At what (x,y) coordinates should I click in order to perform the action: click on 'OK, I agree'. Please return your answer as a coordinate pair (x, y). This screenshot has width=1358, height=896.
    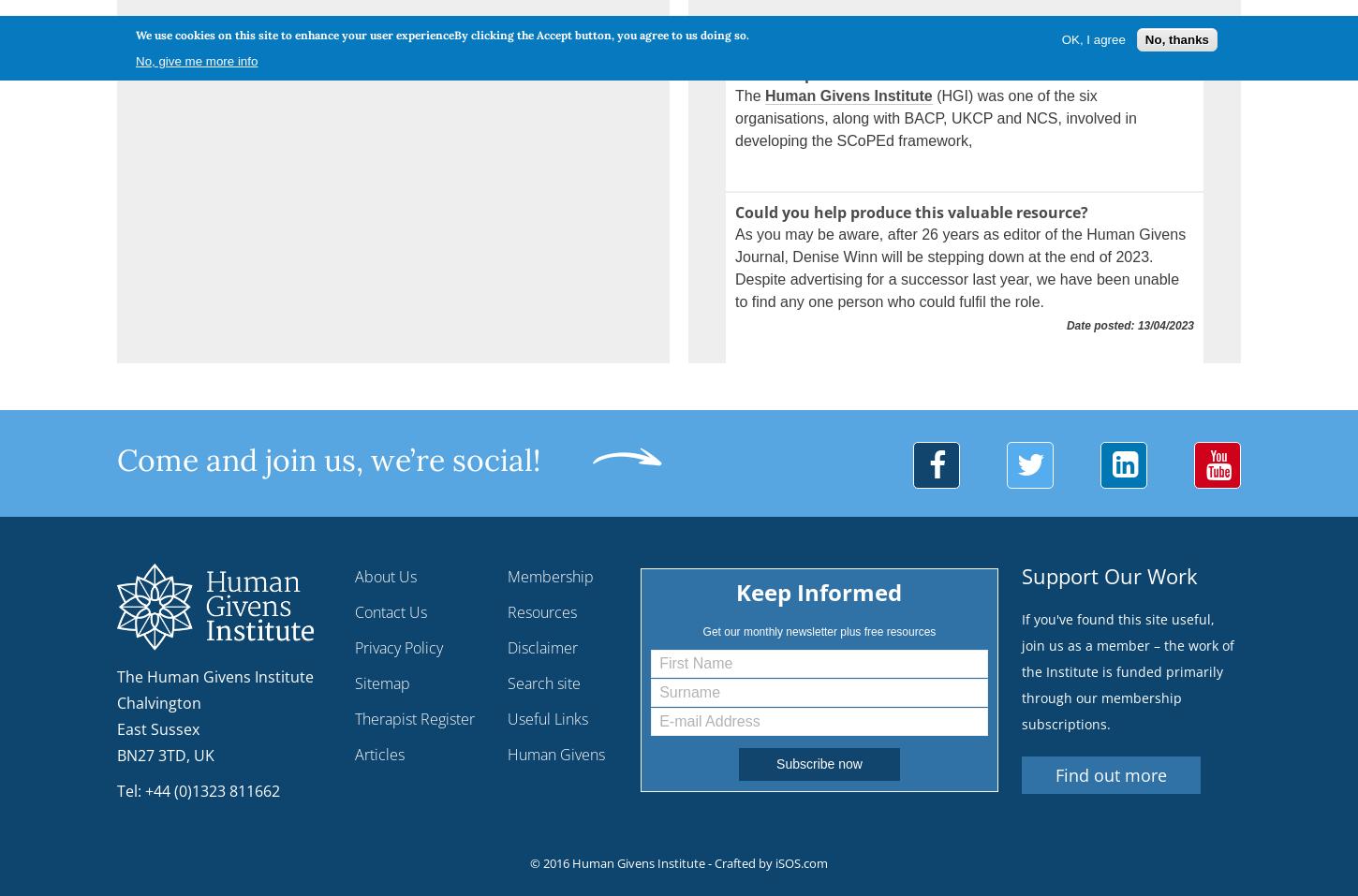
    Looking at the image, I should click on (1091, 38).